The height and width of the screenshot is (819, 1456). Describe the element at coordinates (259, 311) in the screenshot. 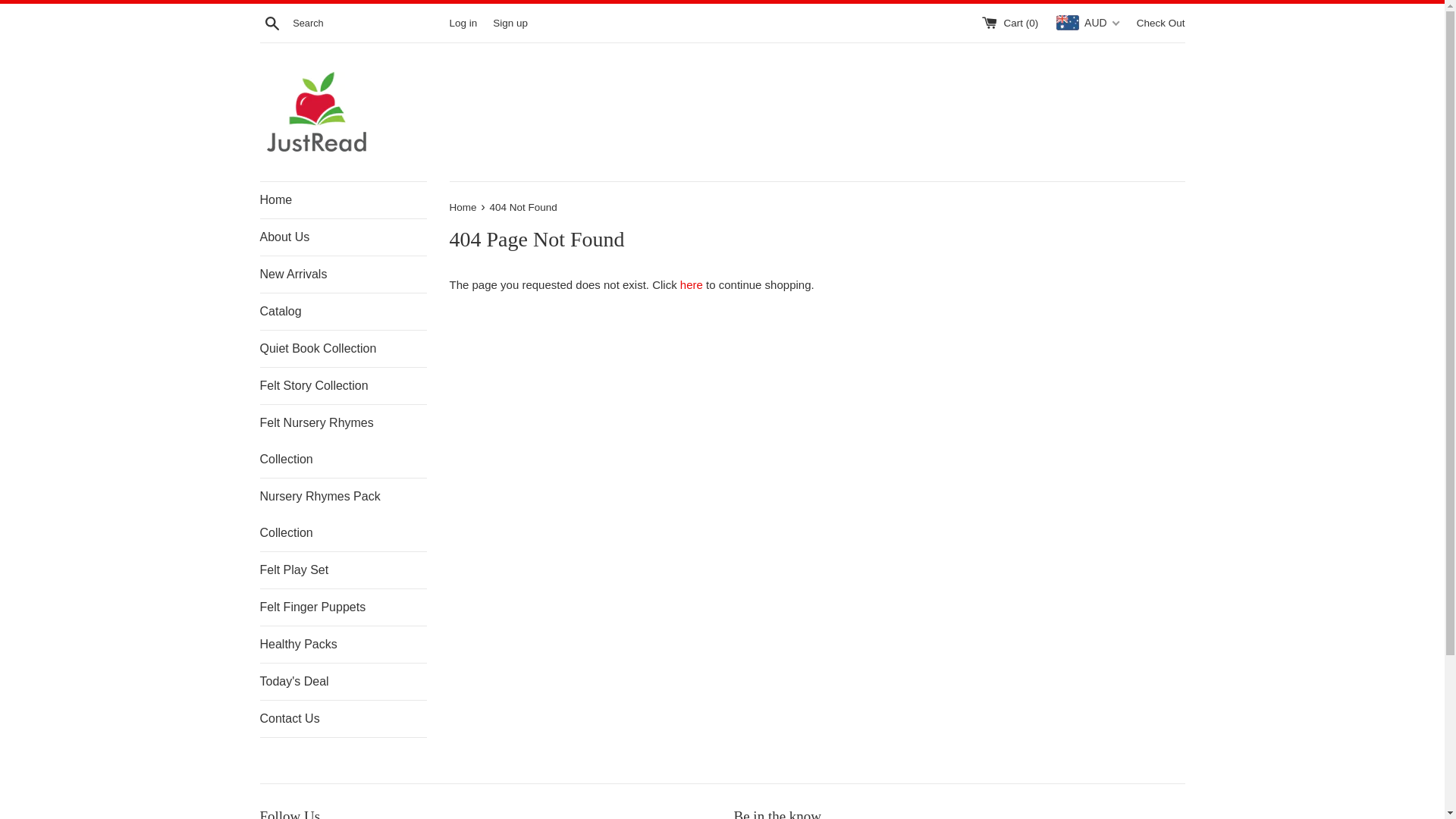

I see `'Catalog'` at that location.